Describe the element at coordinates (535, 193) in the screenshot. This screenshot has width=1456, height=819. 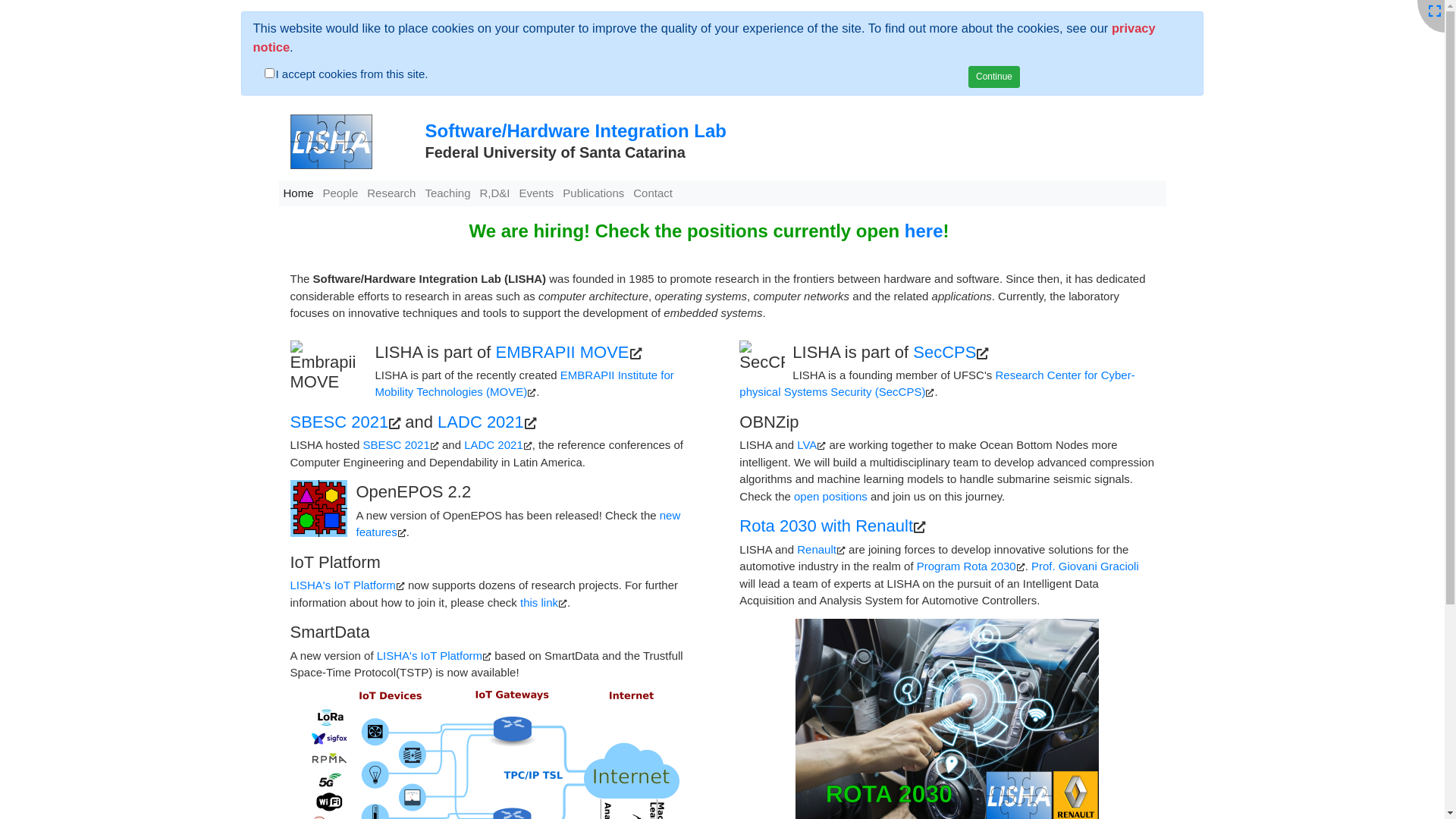
I see `'Events'` at that location.